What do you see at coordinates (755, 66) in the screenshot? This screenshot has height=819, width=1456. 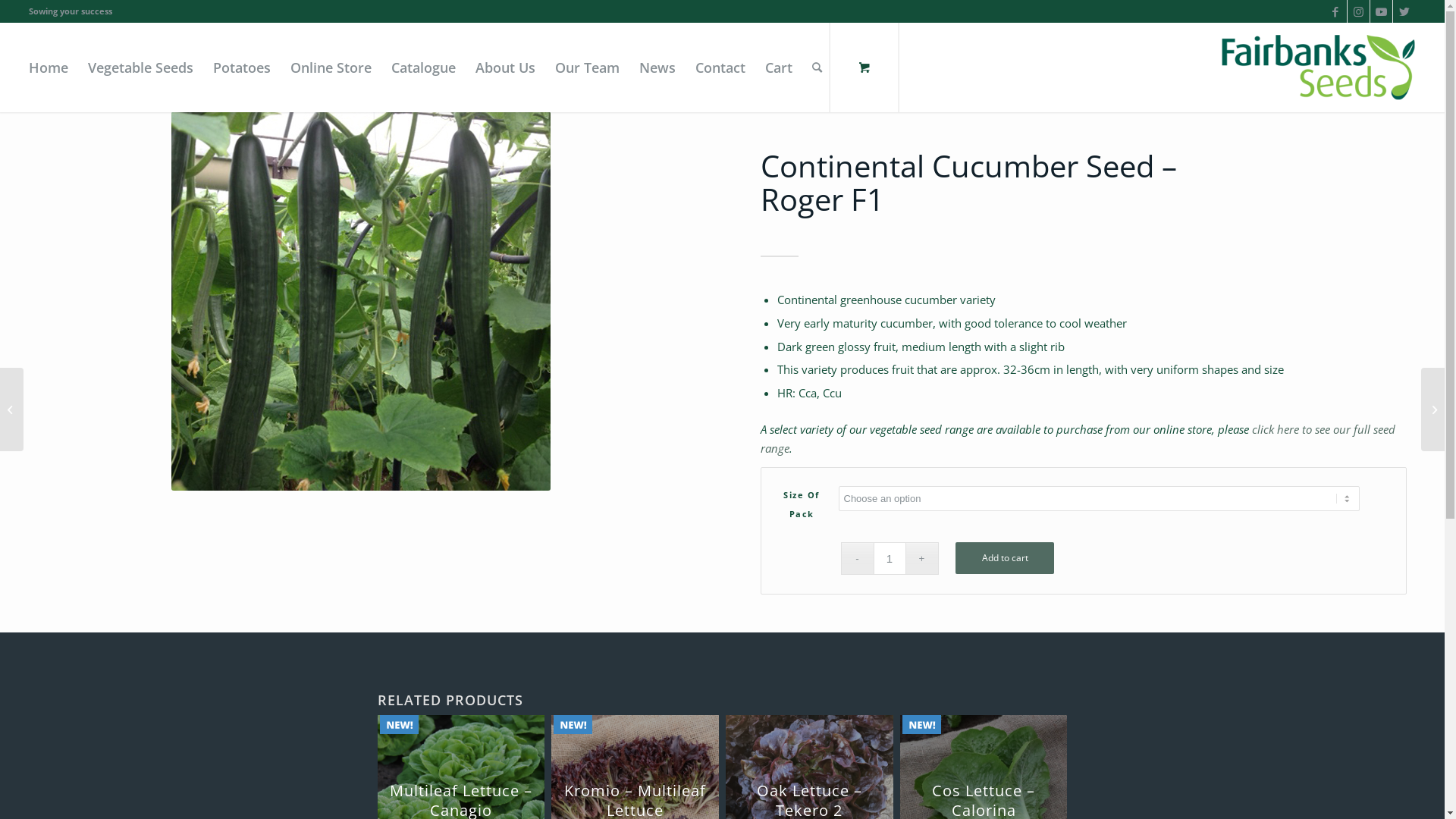 I see `'Cart'` at bounding box center [755, 66].